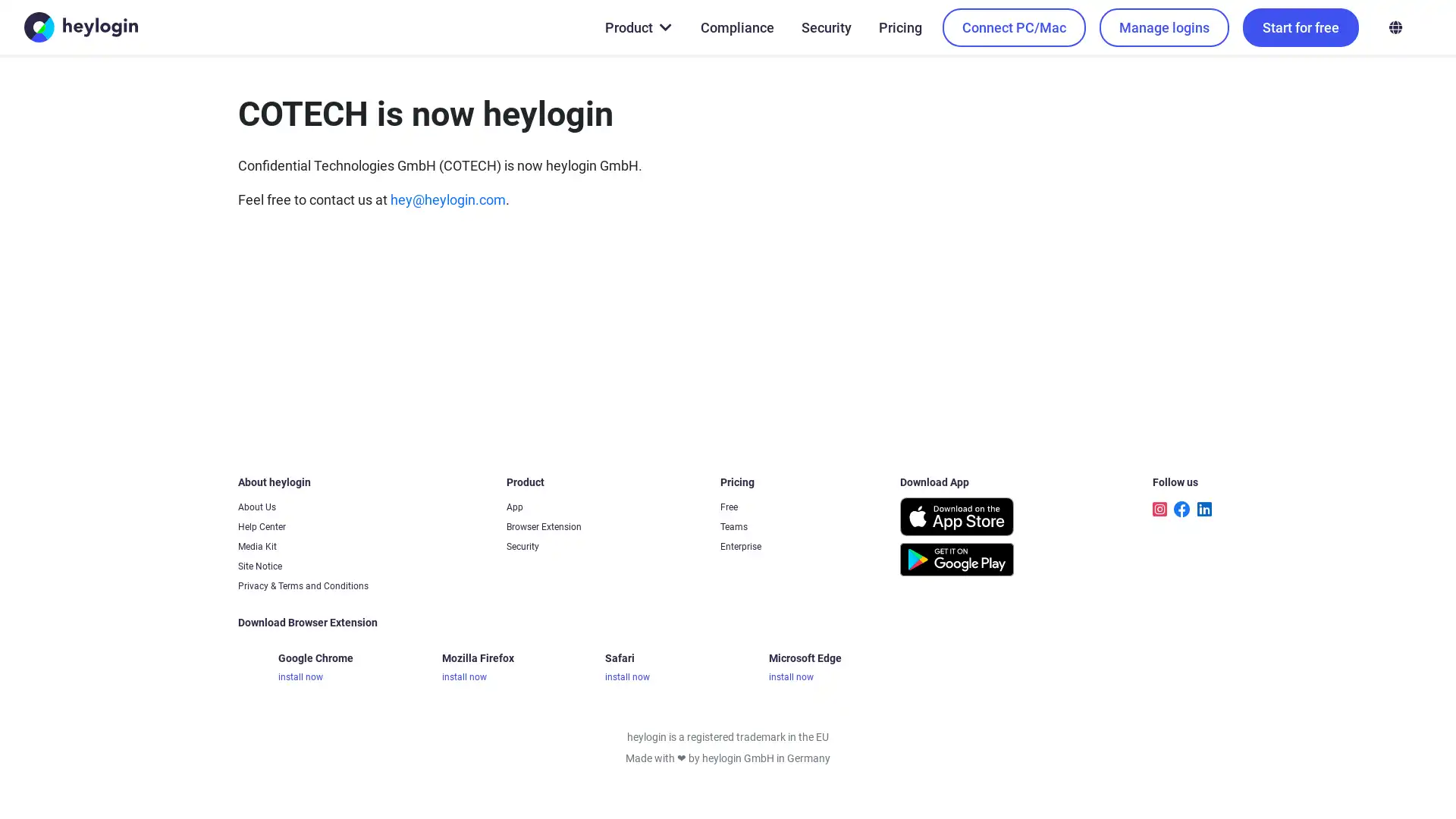 The height and width of the screenshot is (819, 1456). Describe the element at coordinates (1395, 27) in the screenshot. I see `Language Switcher` at that location.